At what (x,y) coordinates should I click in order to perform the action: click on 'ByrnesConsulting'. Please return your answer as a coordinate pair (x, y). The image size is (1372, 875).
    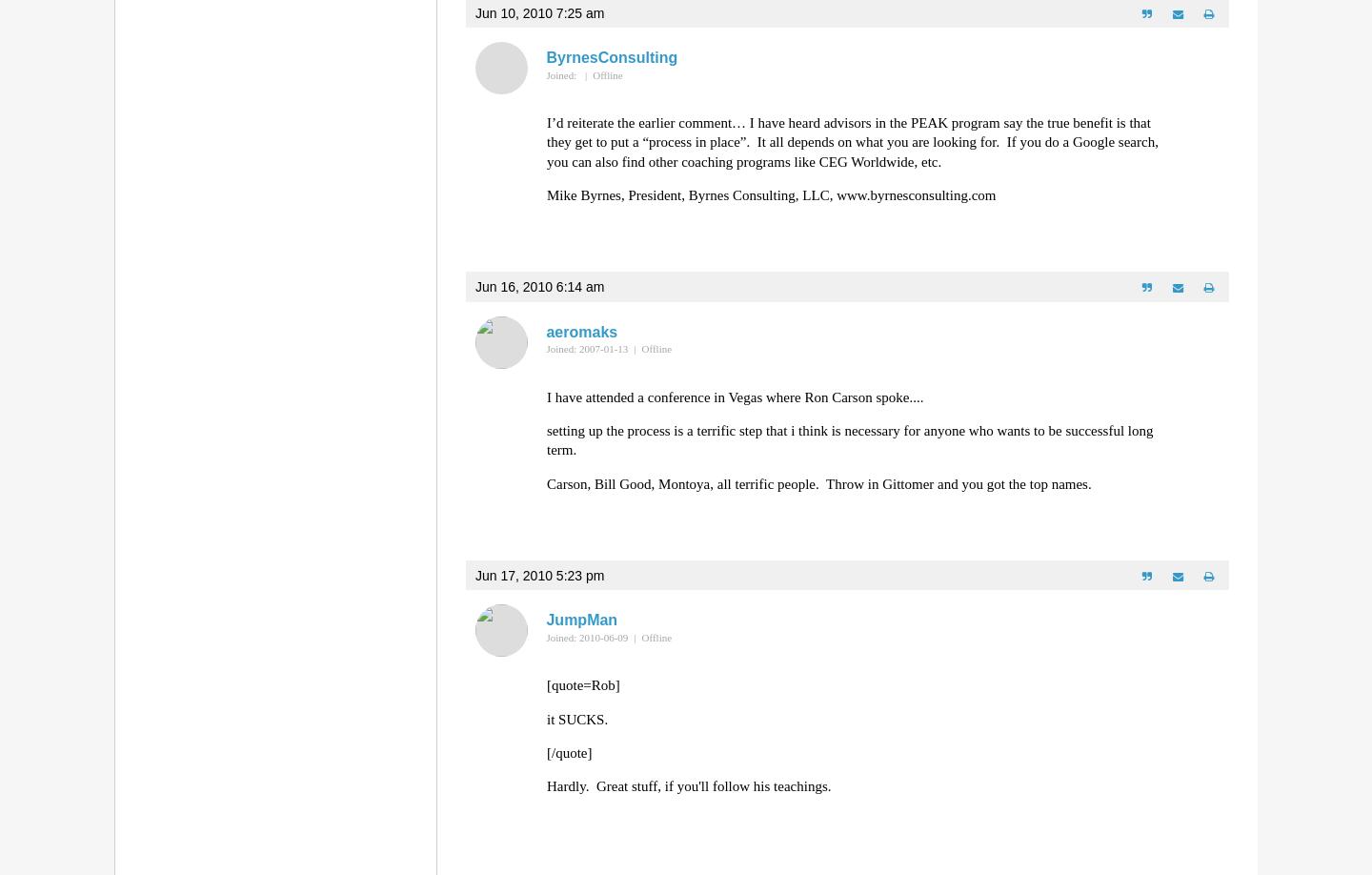
    Looking at the image, I should click on (610, 57).